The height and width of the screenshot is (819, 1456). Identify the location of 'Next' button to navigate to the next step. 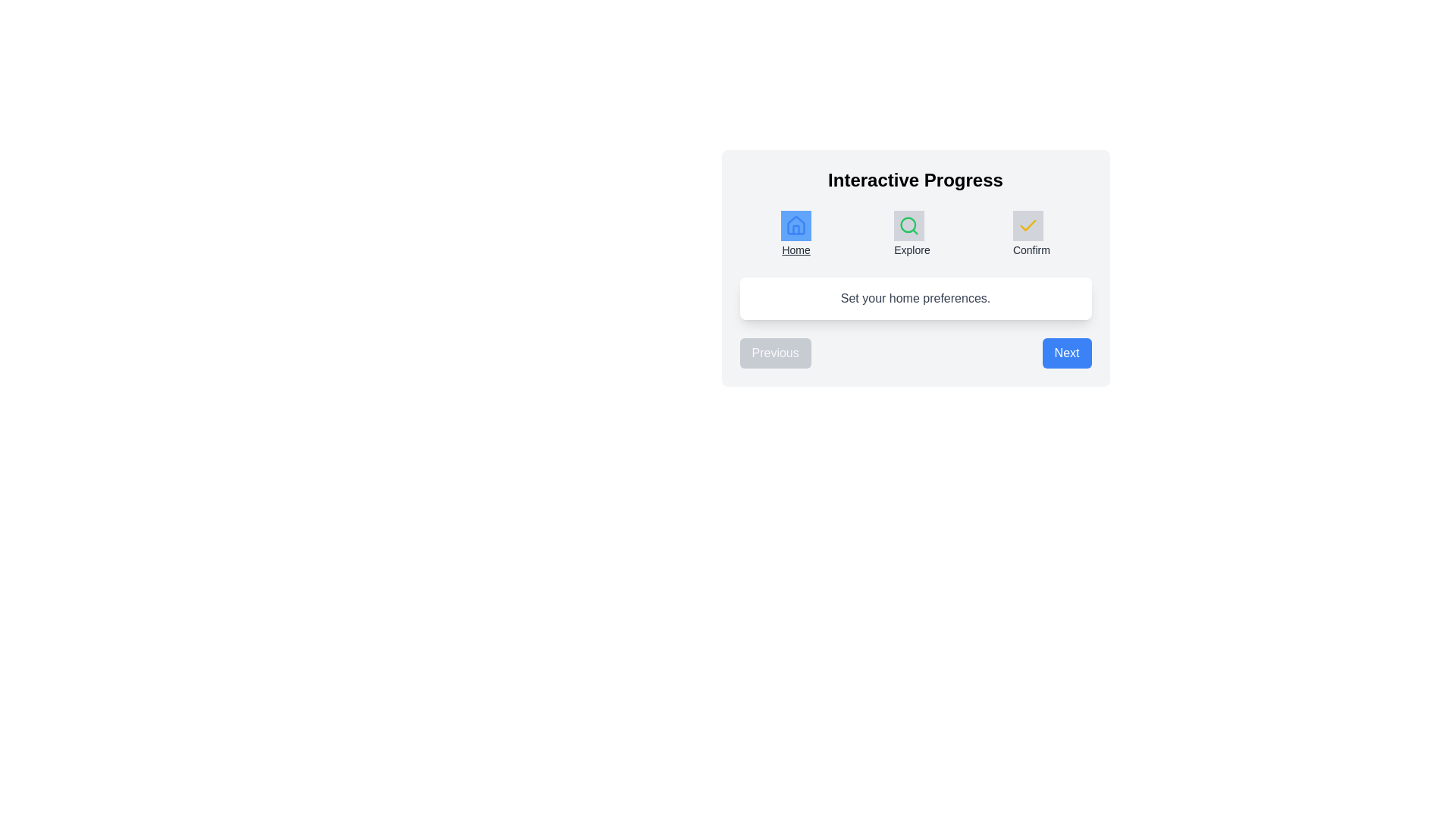
(1065, 353).